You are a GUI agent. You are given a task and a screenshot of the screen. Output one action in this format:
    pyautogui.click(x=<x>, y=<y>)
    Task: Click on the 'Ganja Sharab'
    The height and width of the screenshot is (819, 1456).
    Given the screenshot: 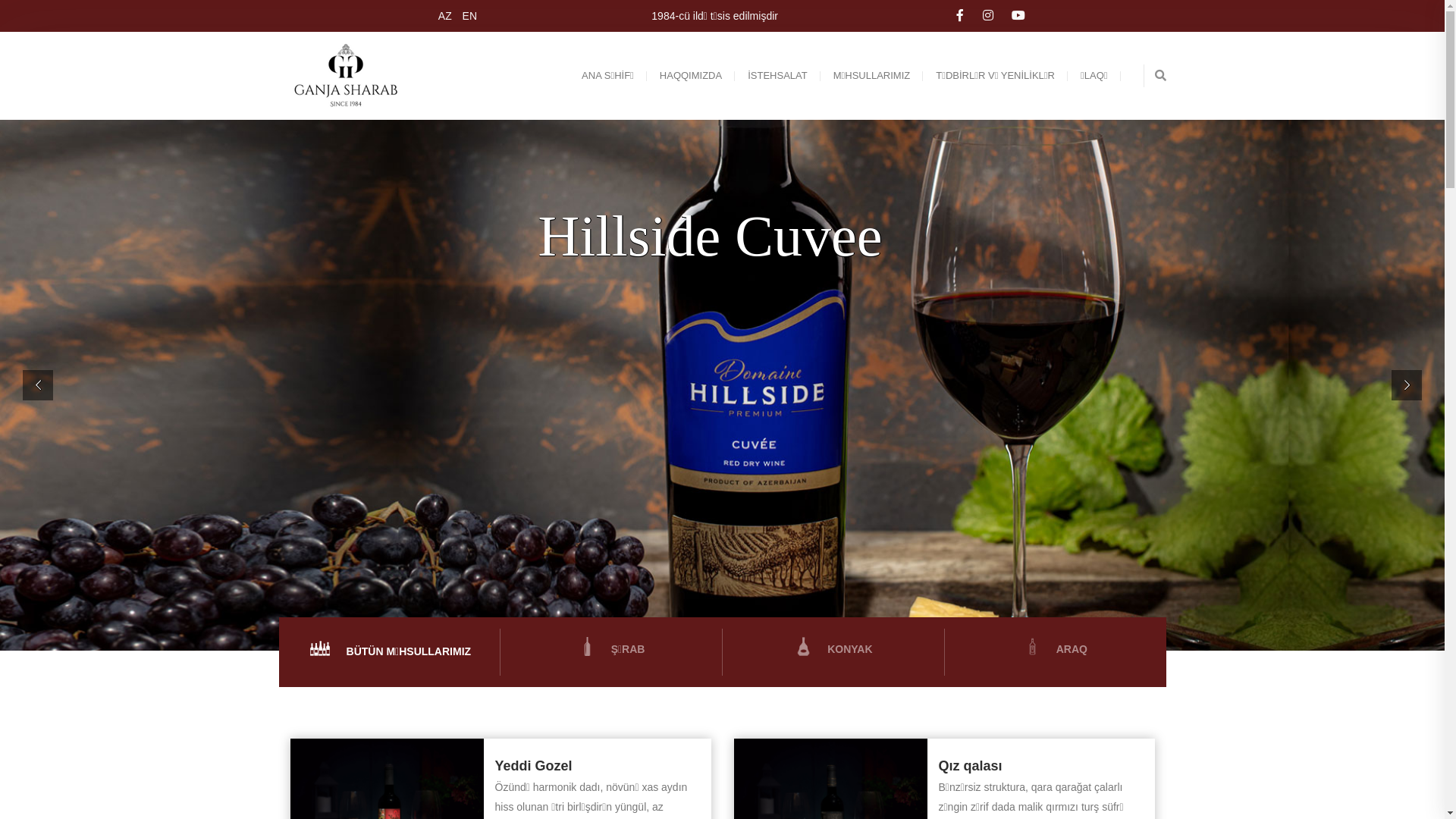 What is the action you would take?
    pyautogui.click(x=347, y=76)
    